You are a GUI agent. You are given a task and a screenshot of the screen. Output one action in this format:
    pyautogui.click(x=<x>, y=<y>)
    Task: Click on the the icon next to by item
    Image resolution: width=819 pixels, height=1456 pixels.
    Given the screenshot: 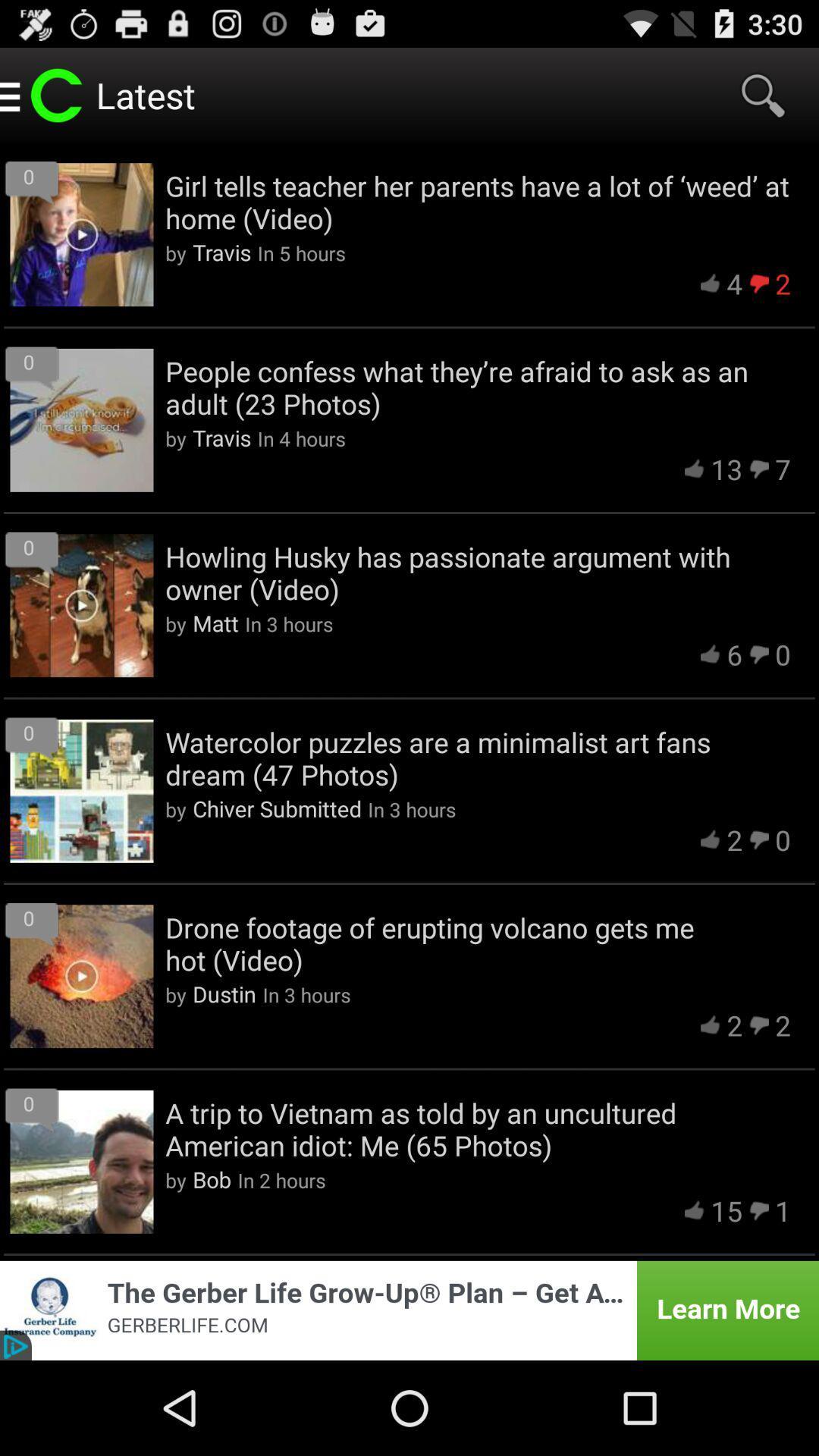 What is the action you would take?
    pyautogui.click(x=224, y=993)
    